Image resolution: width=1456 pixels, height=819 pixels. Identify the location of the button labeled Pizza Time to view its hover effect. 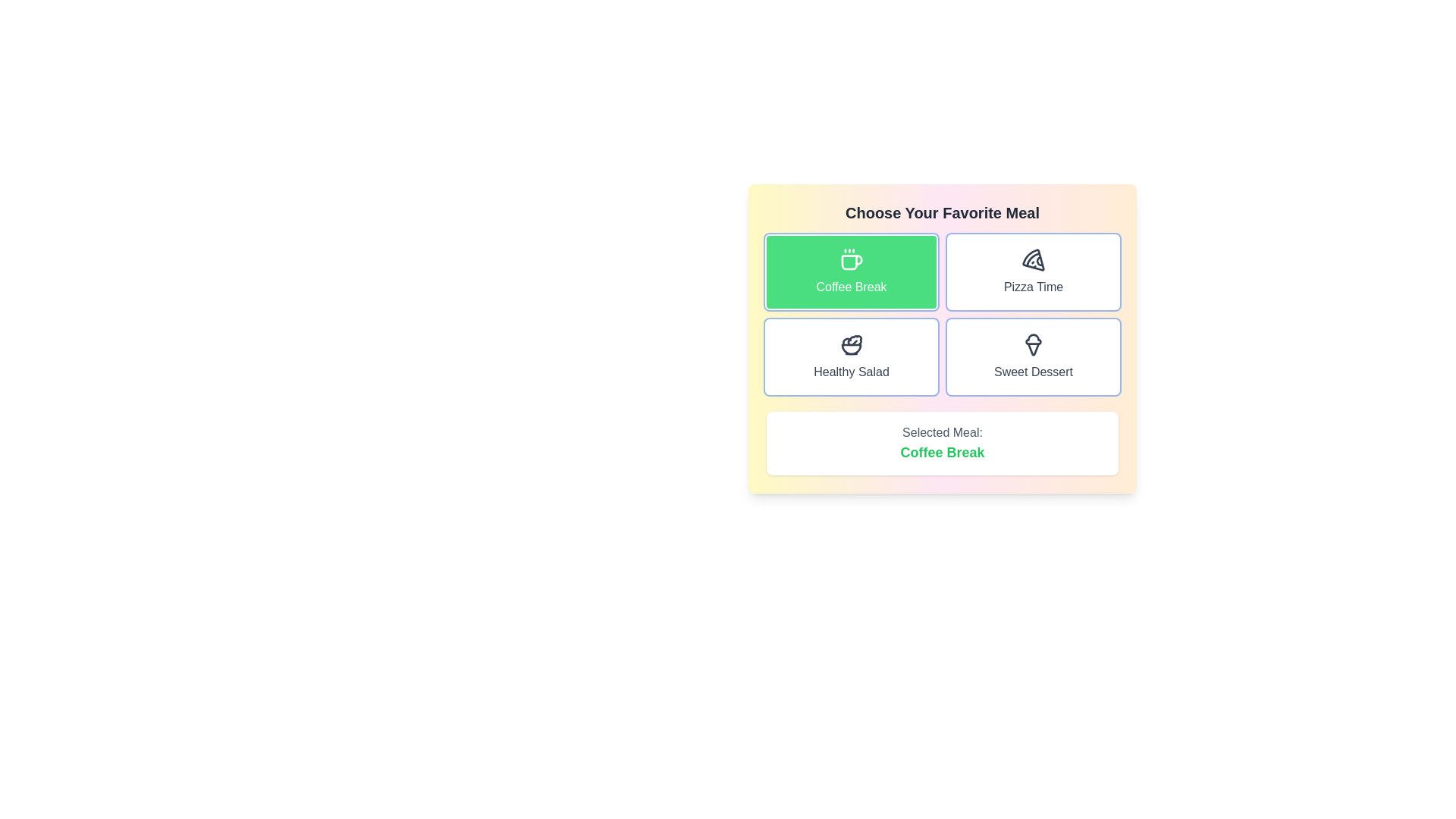
(1033, 271).